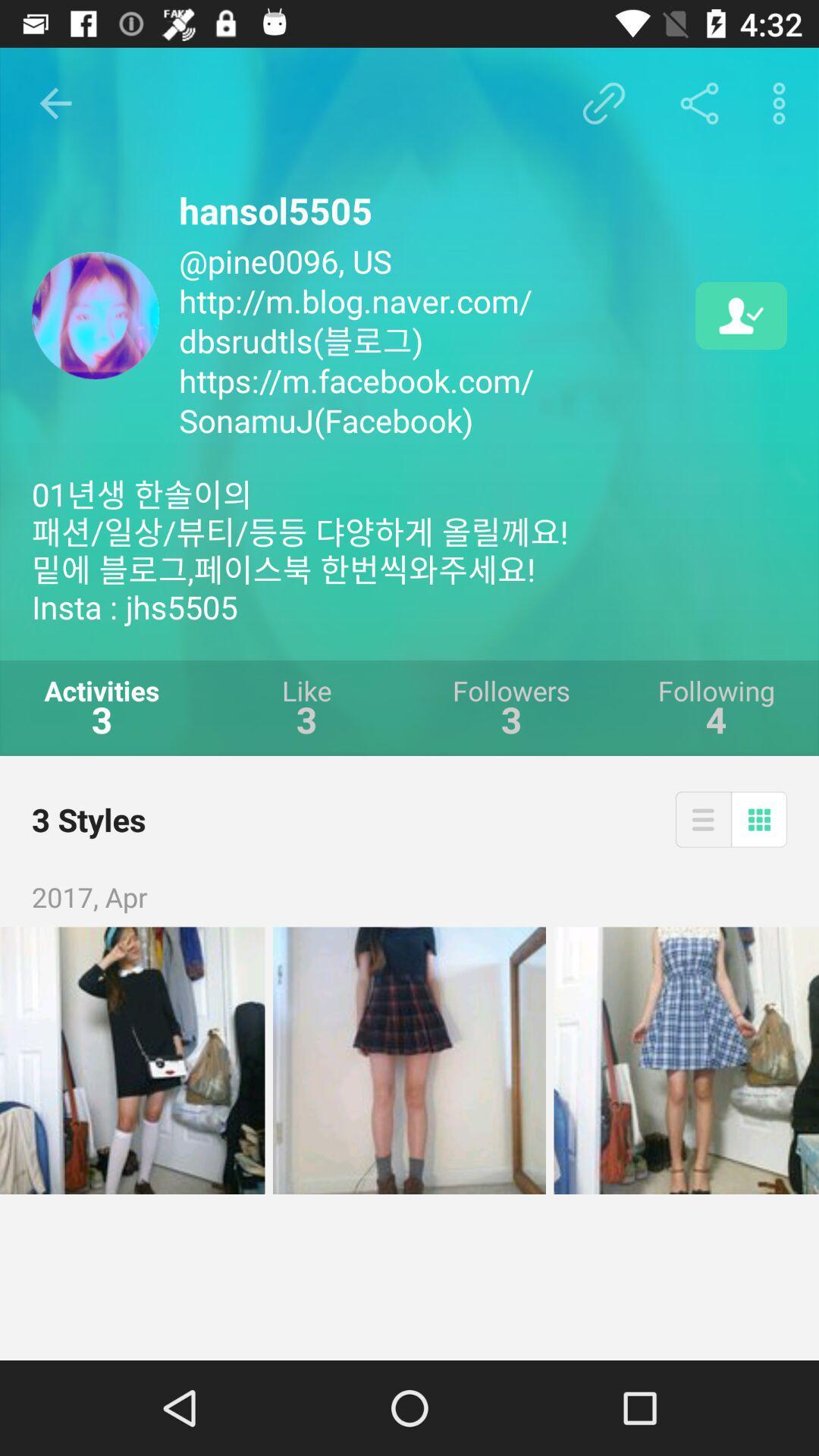 The width and height of the screenshot is (819, 1456). I want to click on choose style menu, so click(703, 818).